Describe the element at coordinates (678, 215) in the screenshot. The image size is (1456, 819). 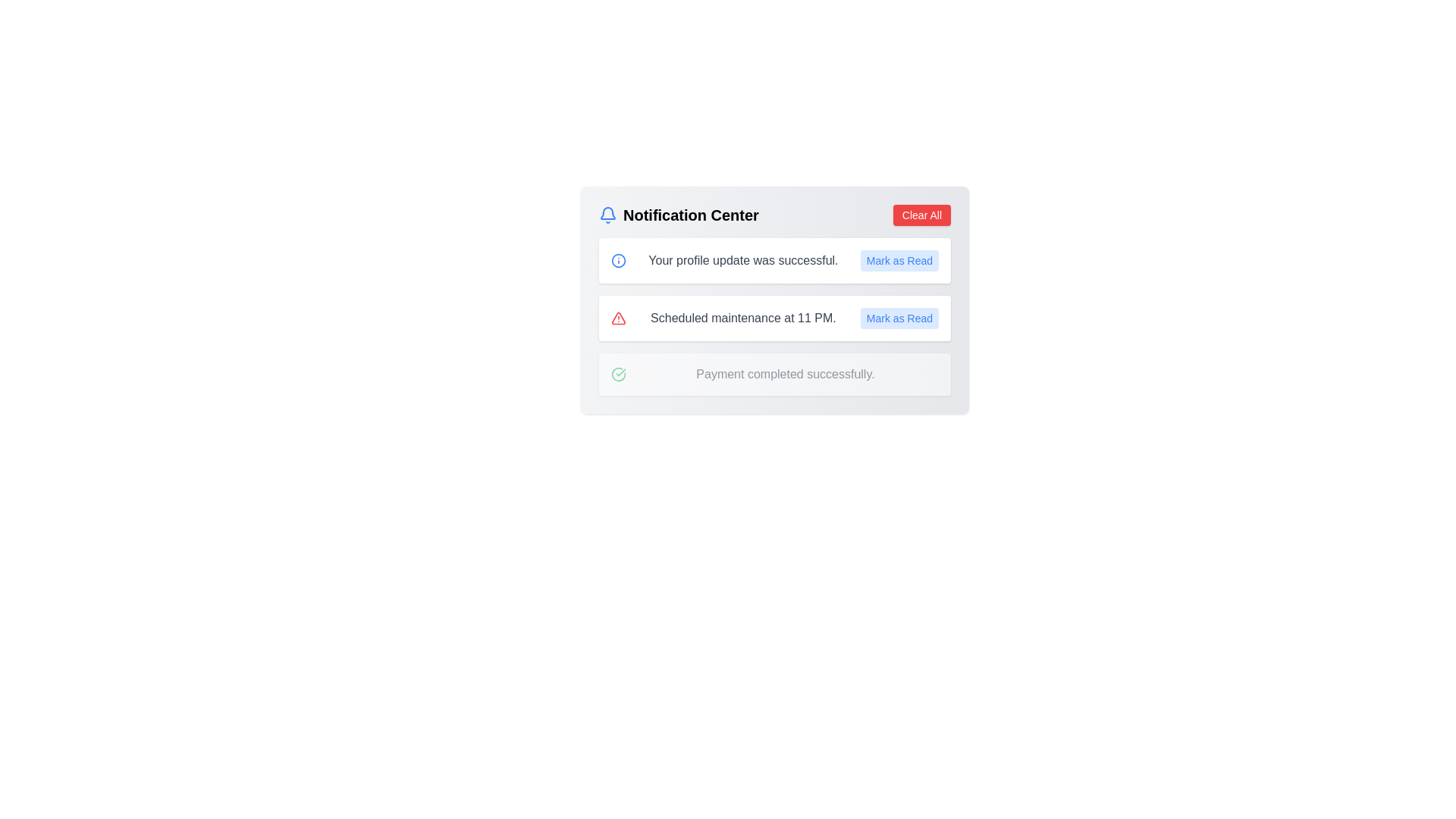
I see `the surrounding area of the 'Notification Center' label to focus on it, which is located next to a blue bell icon inside the notification panel header` at that location.